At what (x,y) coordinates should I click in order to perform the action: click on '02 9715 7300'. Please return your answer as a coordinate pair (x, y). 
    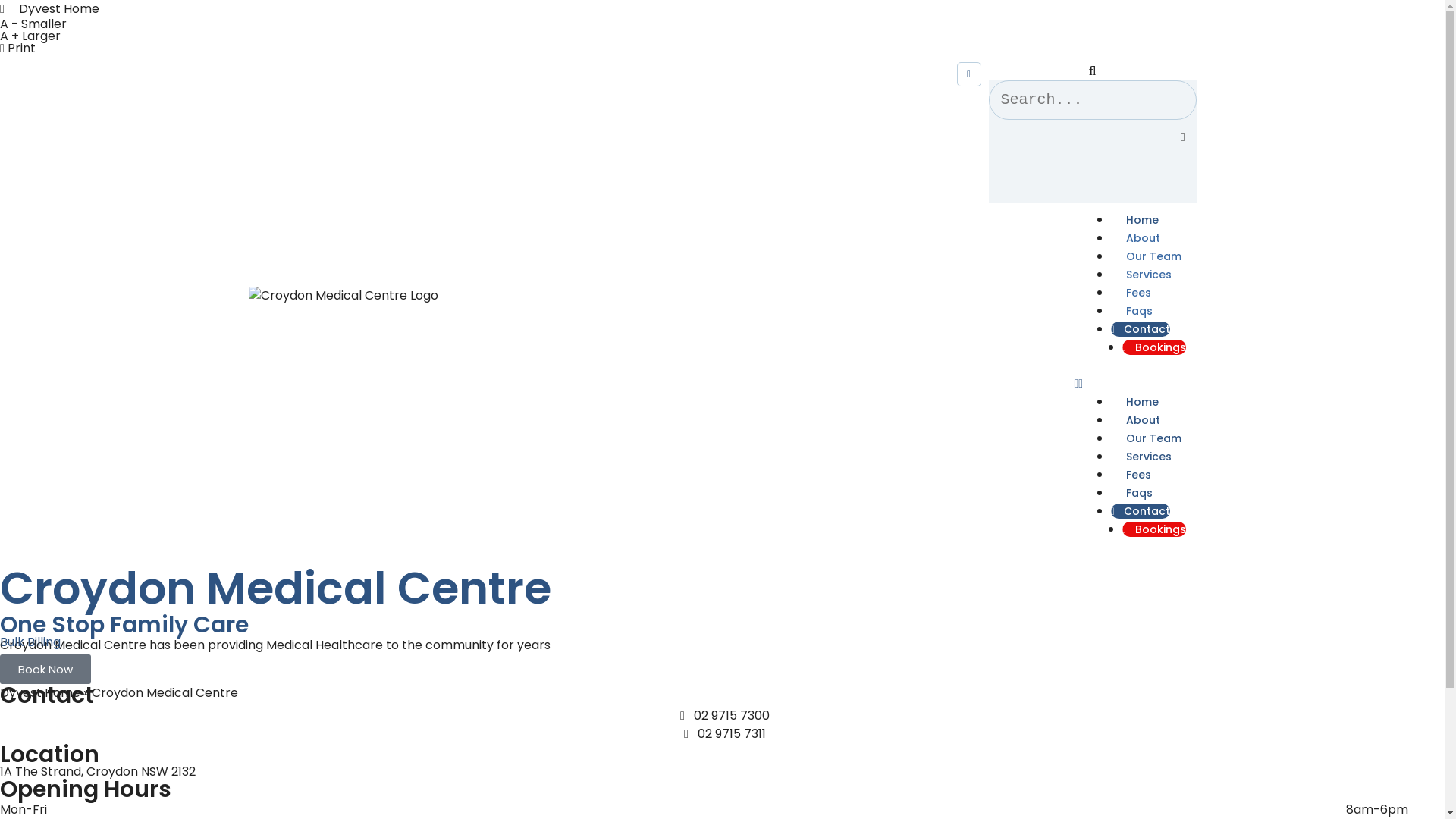
    Looking at the image, I should click on (721, 716).